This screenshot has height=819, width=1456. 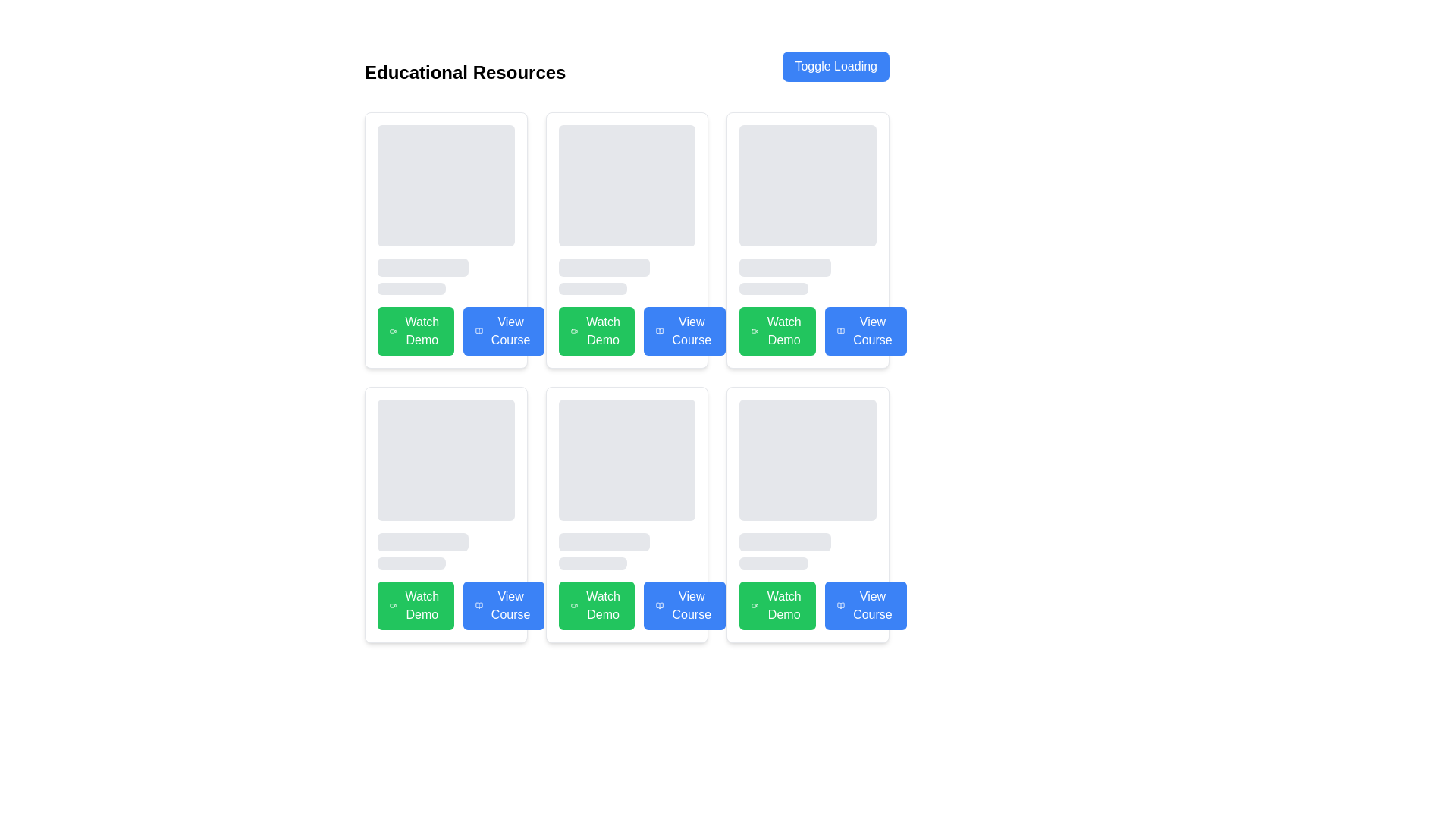 What do you see at coordinates (478, 604) in the screenshot?
I see `the 'View Course' button which has a small open book icon at the beginning, located in the bottom-left card of the grid layout` at bounding box center [478, 604].